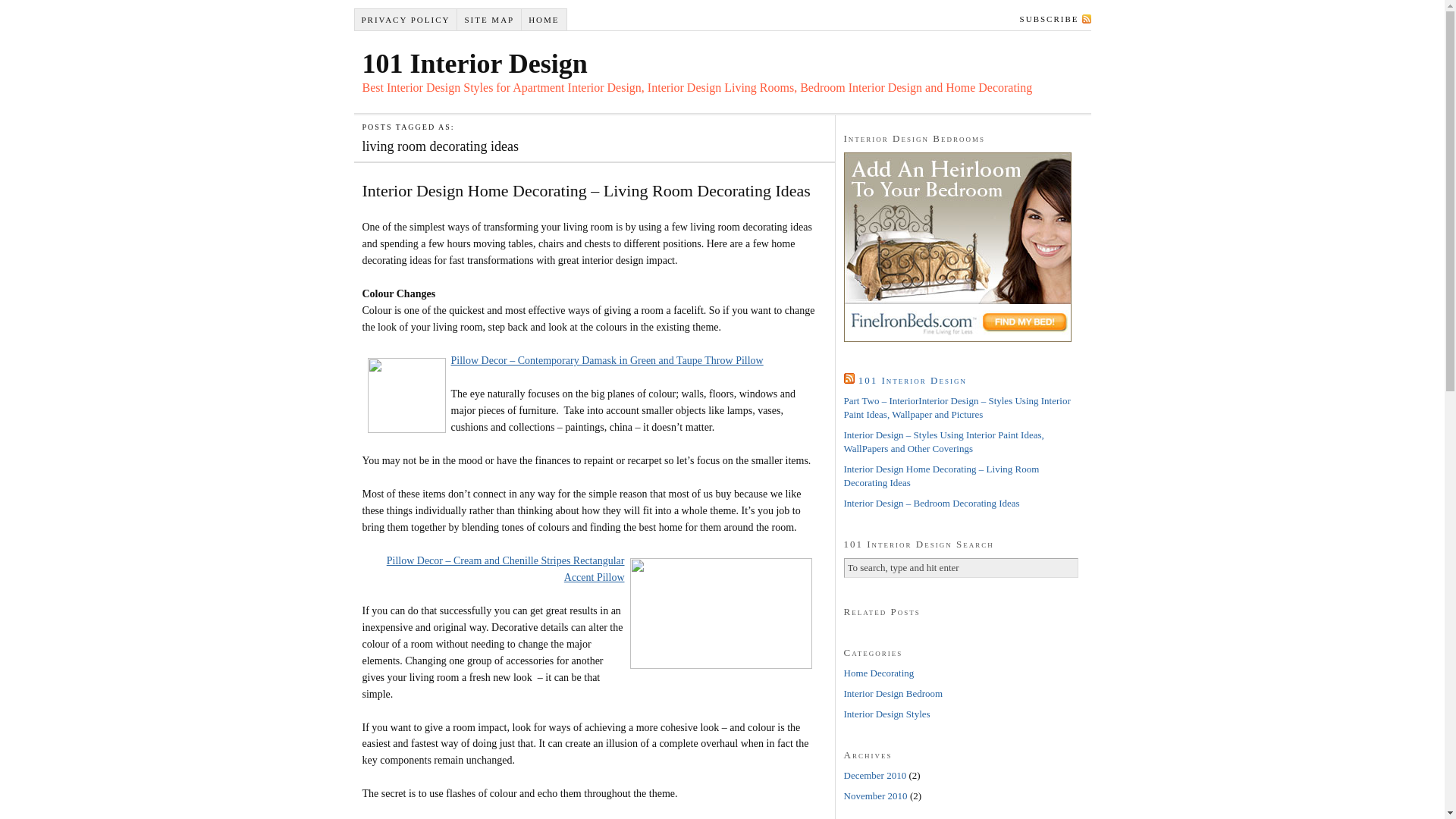 The height and width of the screenshot is (819, 1456). I want to click on 'SITE MAP', so click(489, 20).